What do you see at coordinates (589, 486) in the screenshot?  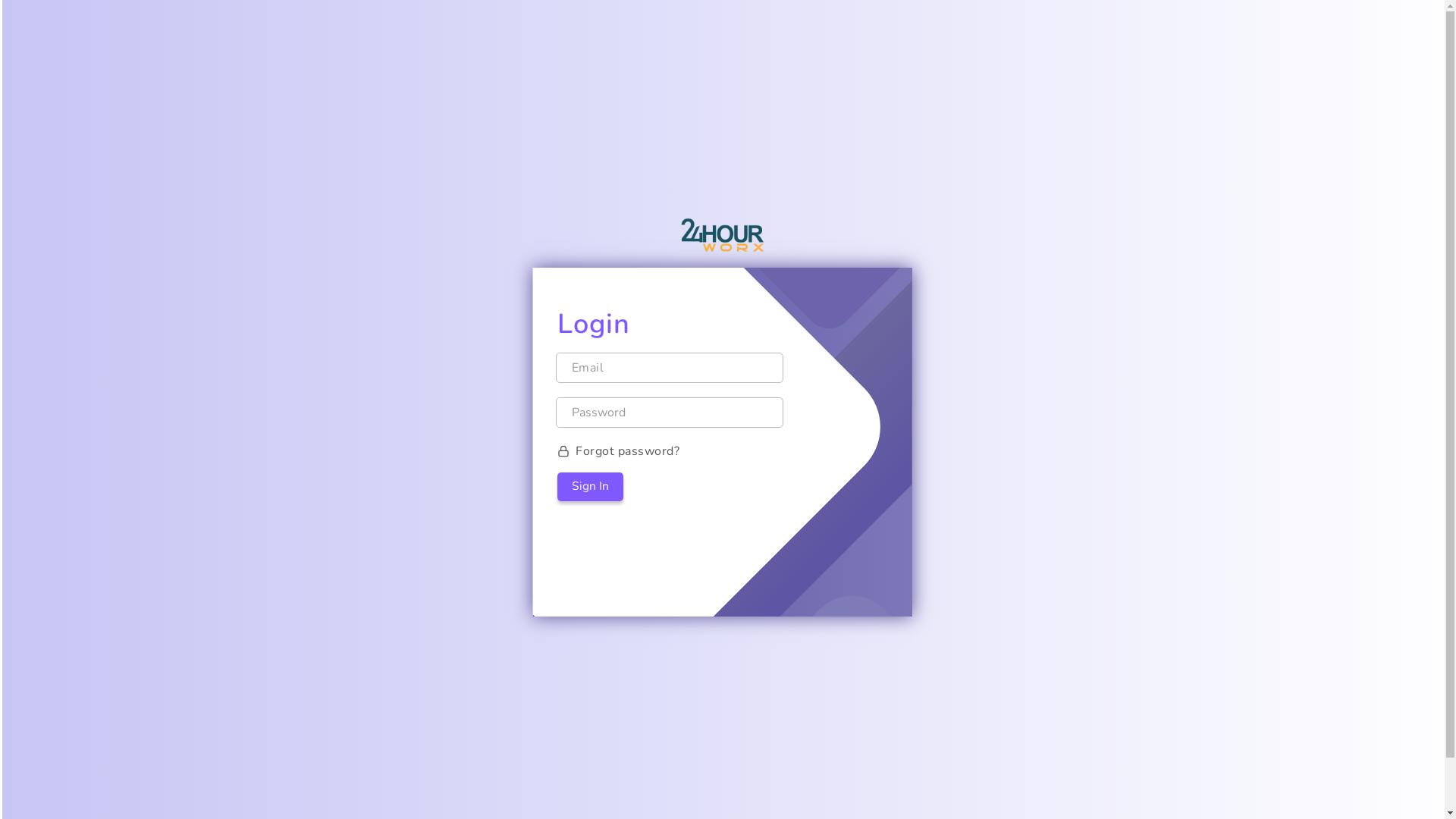 I see `'Sign In'` at bounding box center [589, 486].